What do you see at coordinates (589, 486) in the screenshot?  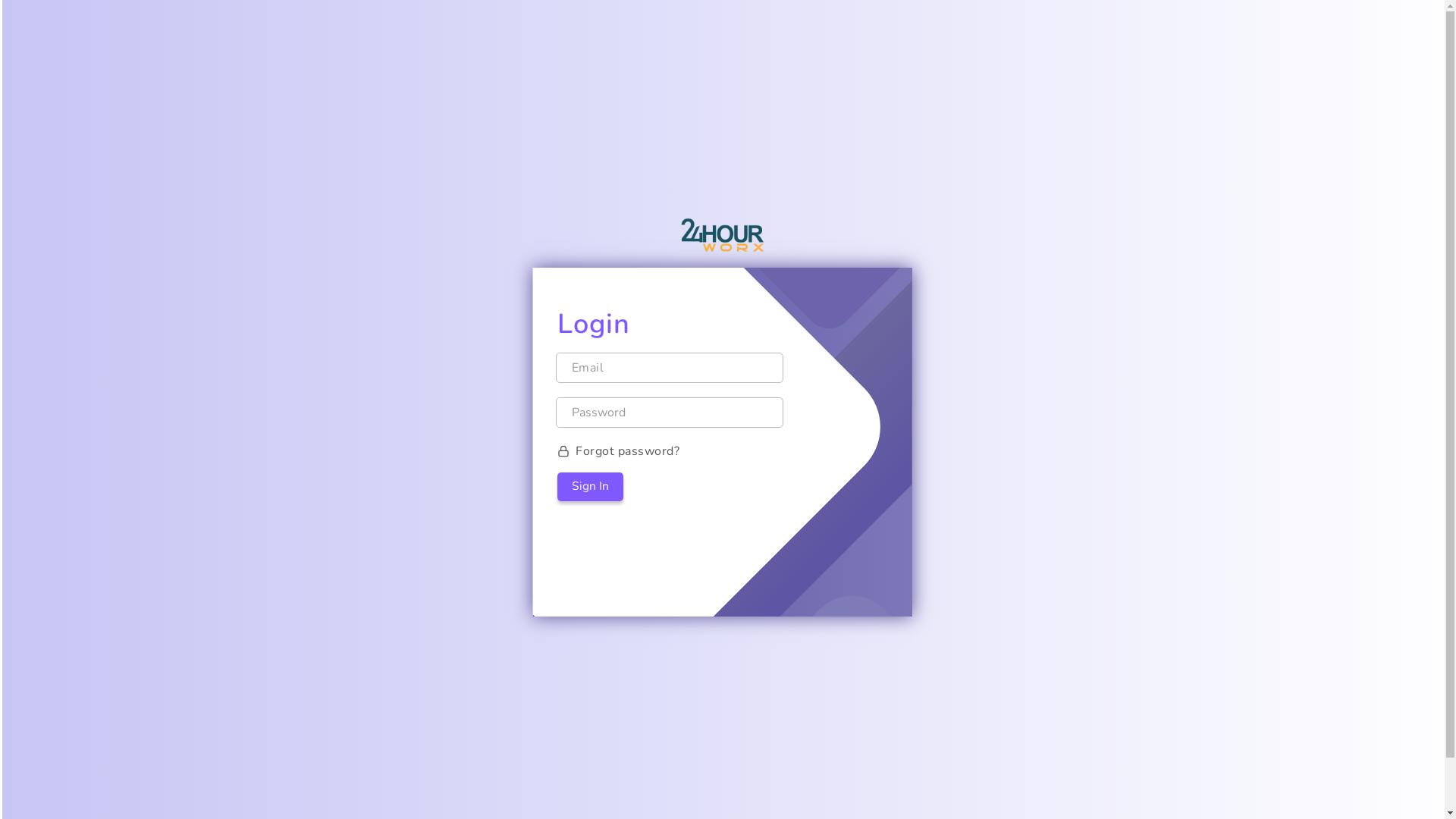 I see `'Sign In'` at bounding box center [589, 486].